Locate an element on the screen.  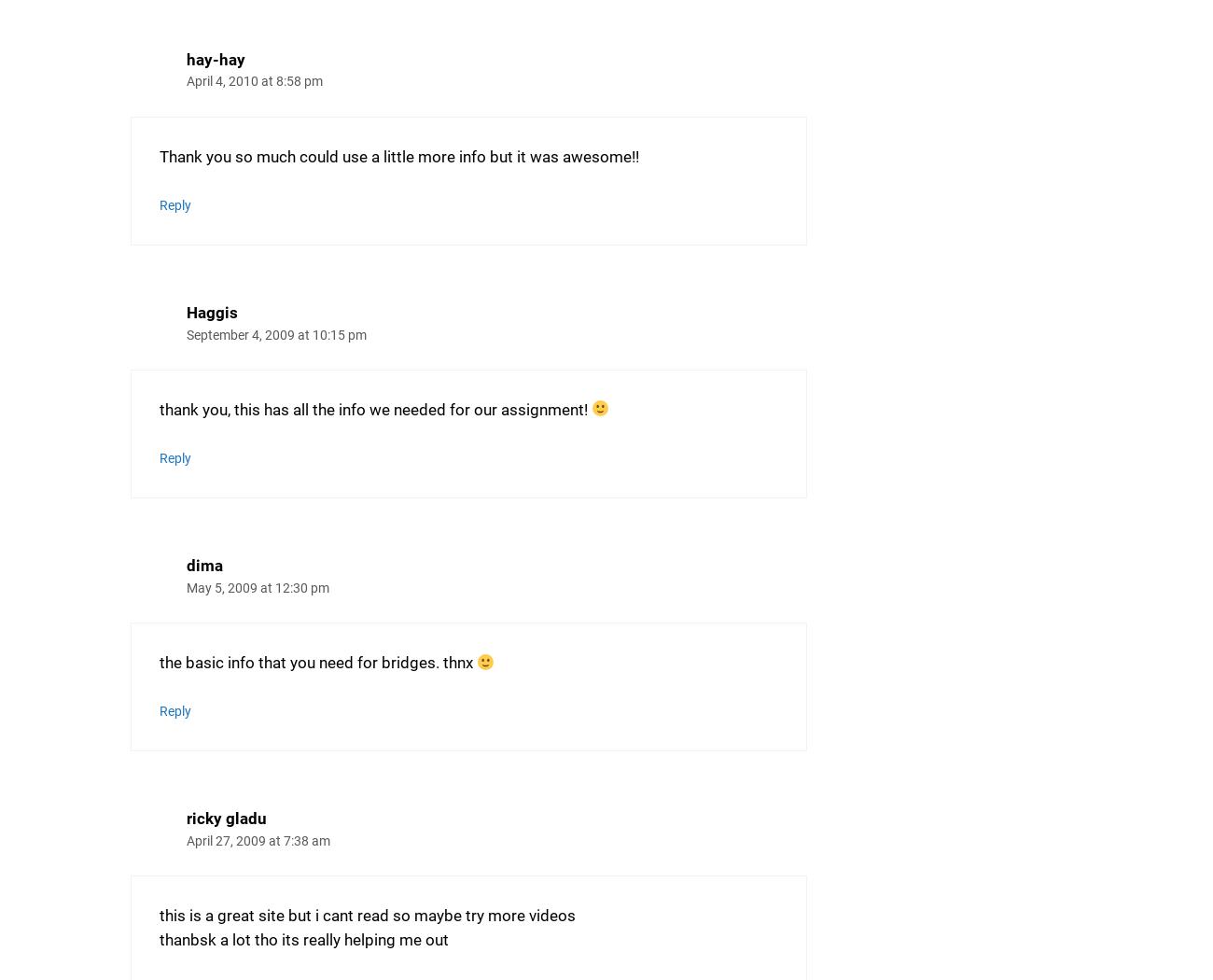
'May 5, 2009 at 12:30 pm' is located at coordinates (258, 587).